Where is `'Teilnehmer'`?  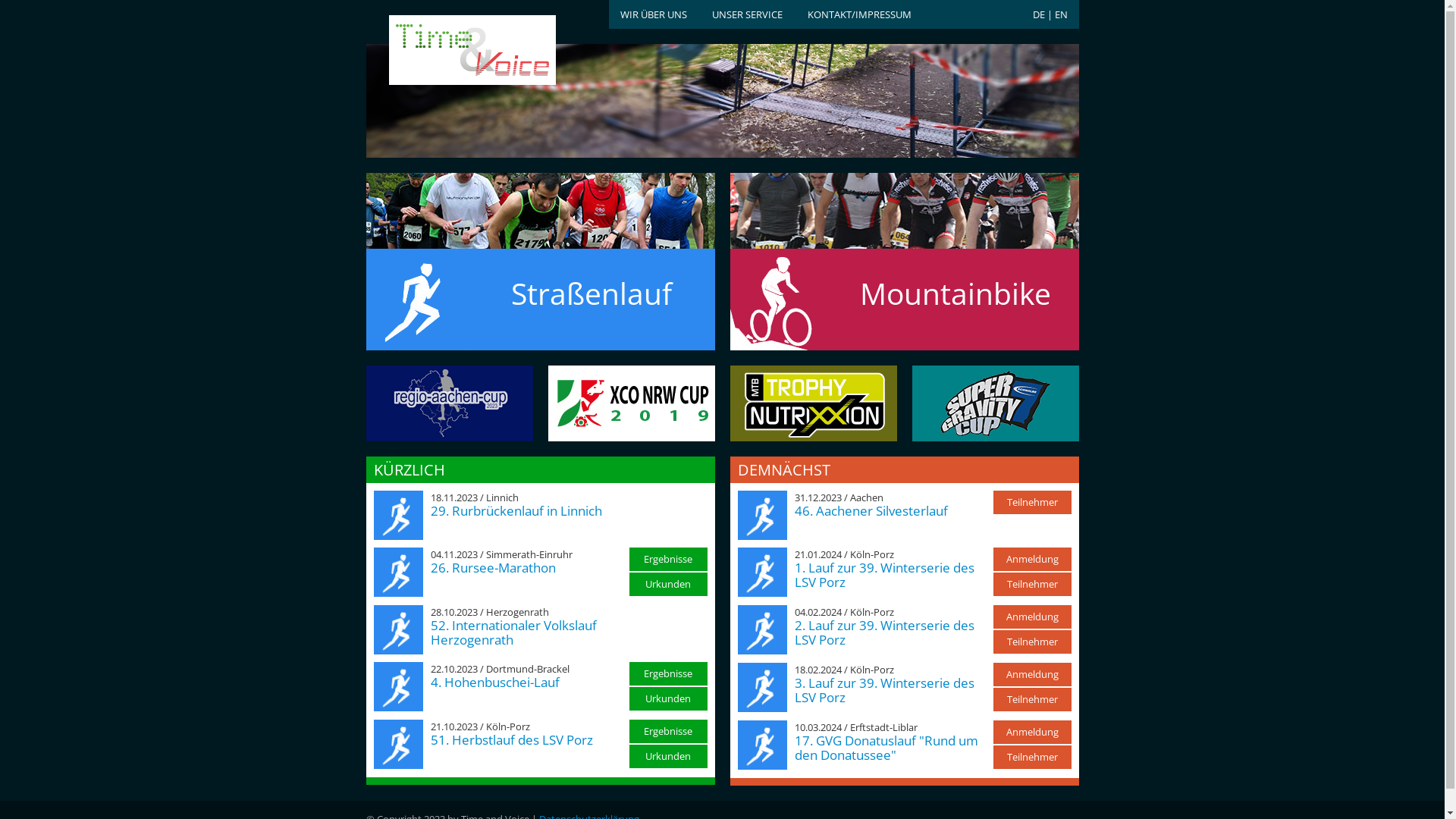 'Teilnehmer' is located at coordinates (1031, 699).